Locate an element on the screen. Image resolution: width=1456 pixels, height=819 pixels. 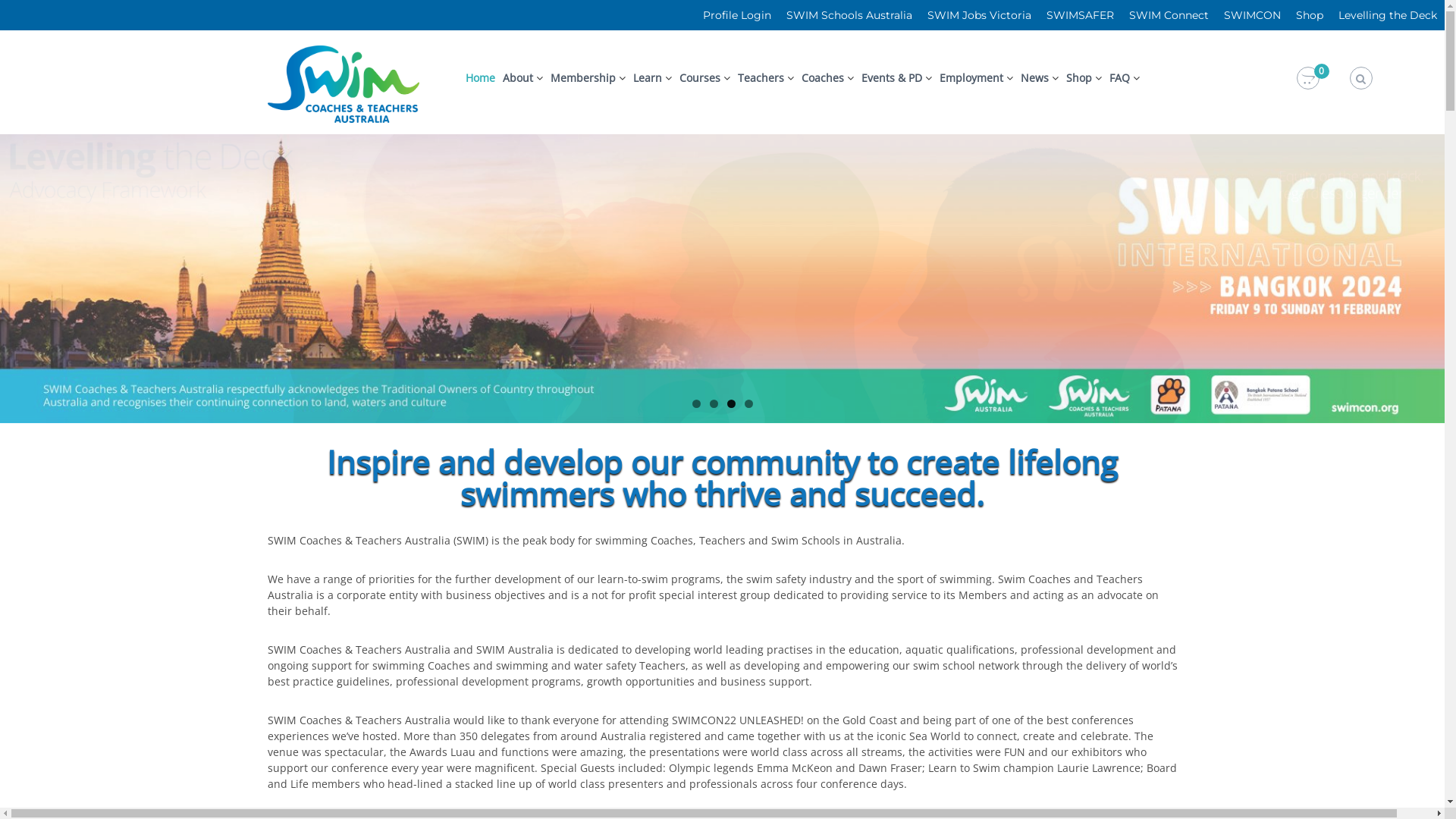
'SWIM Connect' is located at coordinates (1168, 14).